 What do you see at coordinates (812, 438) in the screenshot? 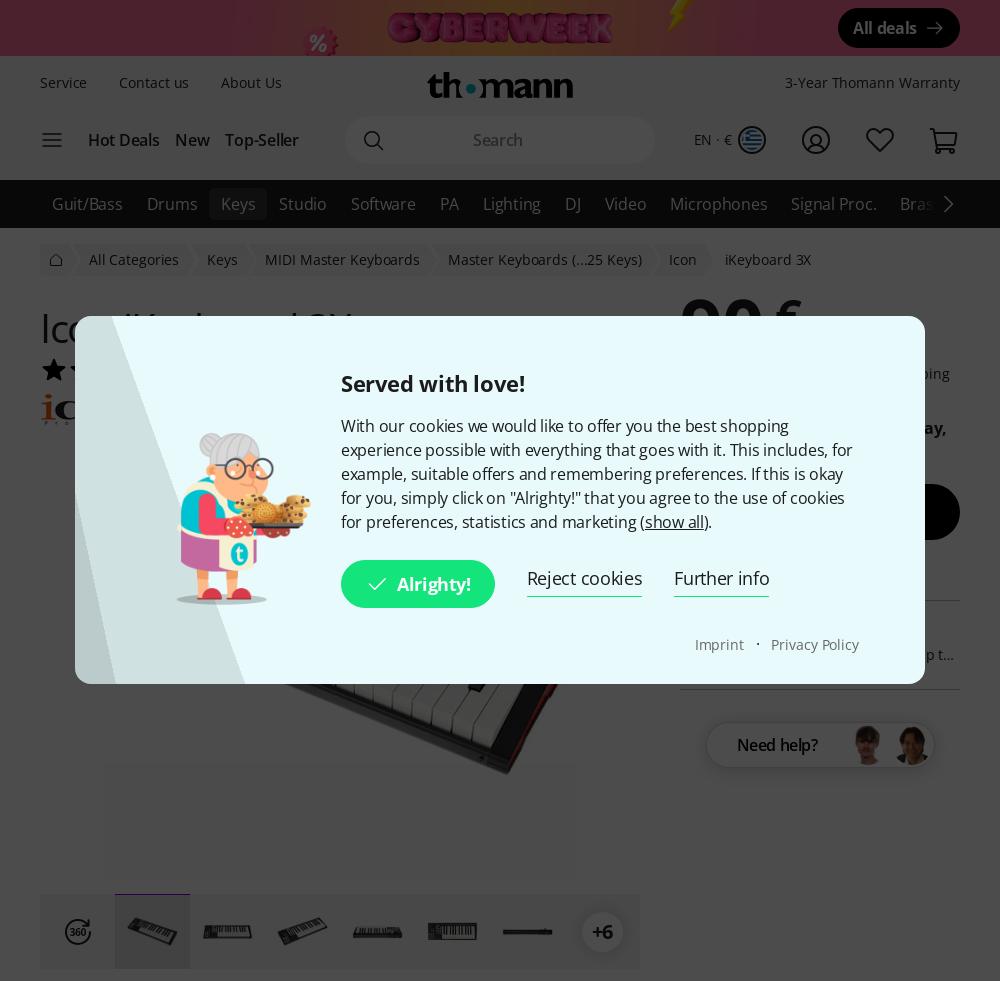
I see `'Thursday, 30.11.'` at bounding box center [812, 438].